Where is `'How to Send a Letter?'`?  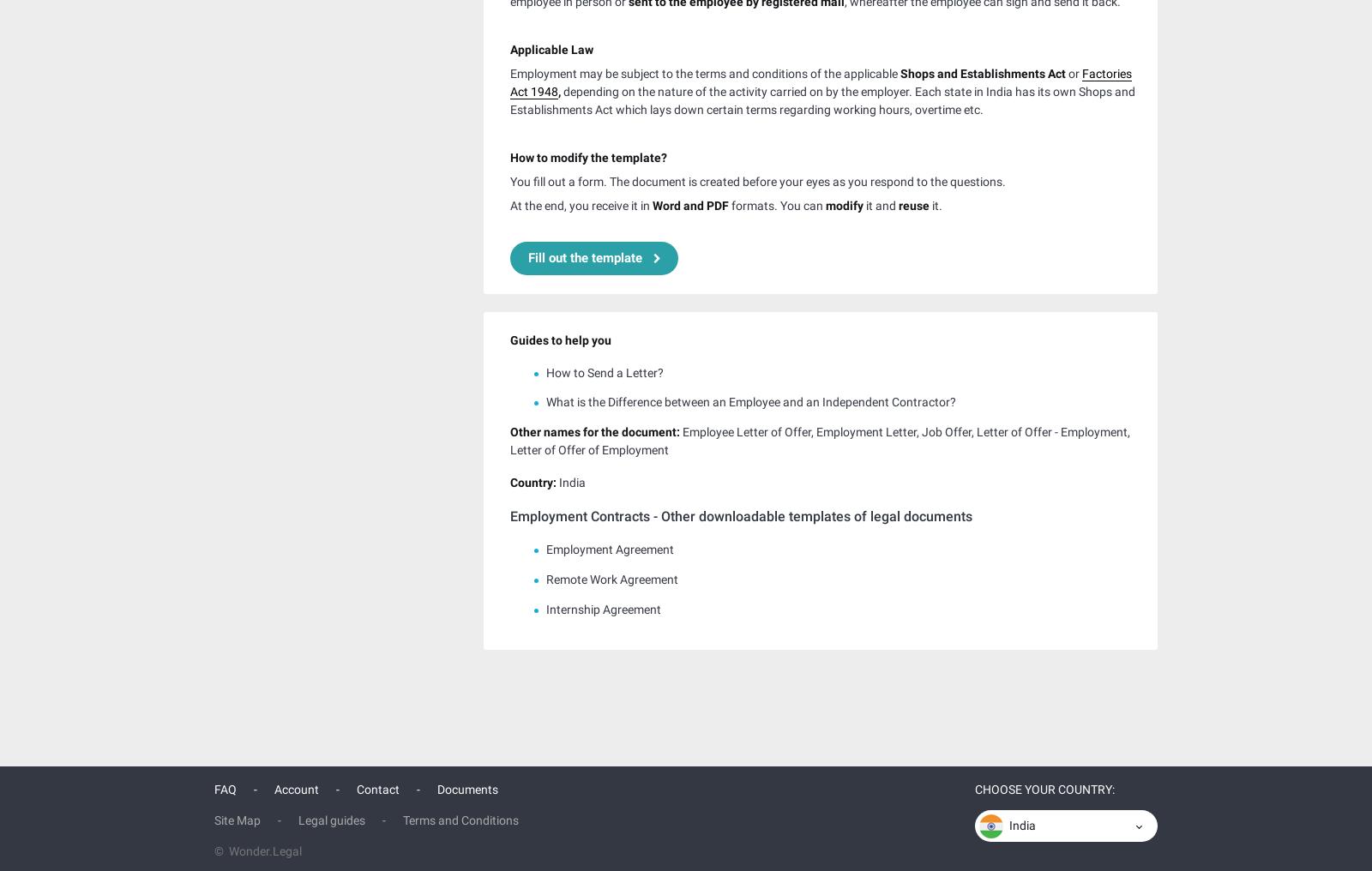 'How to Send a Letter?' is located at coordinates (605, 369).